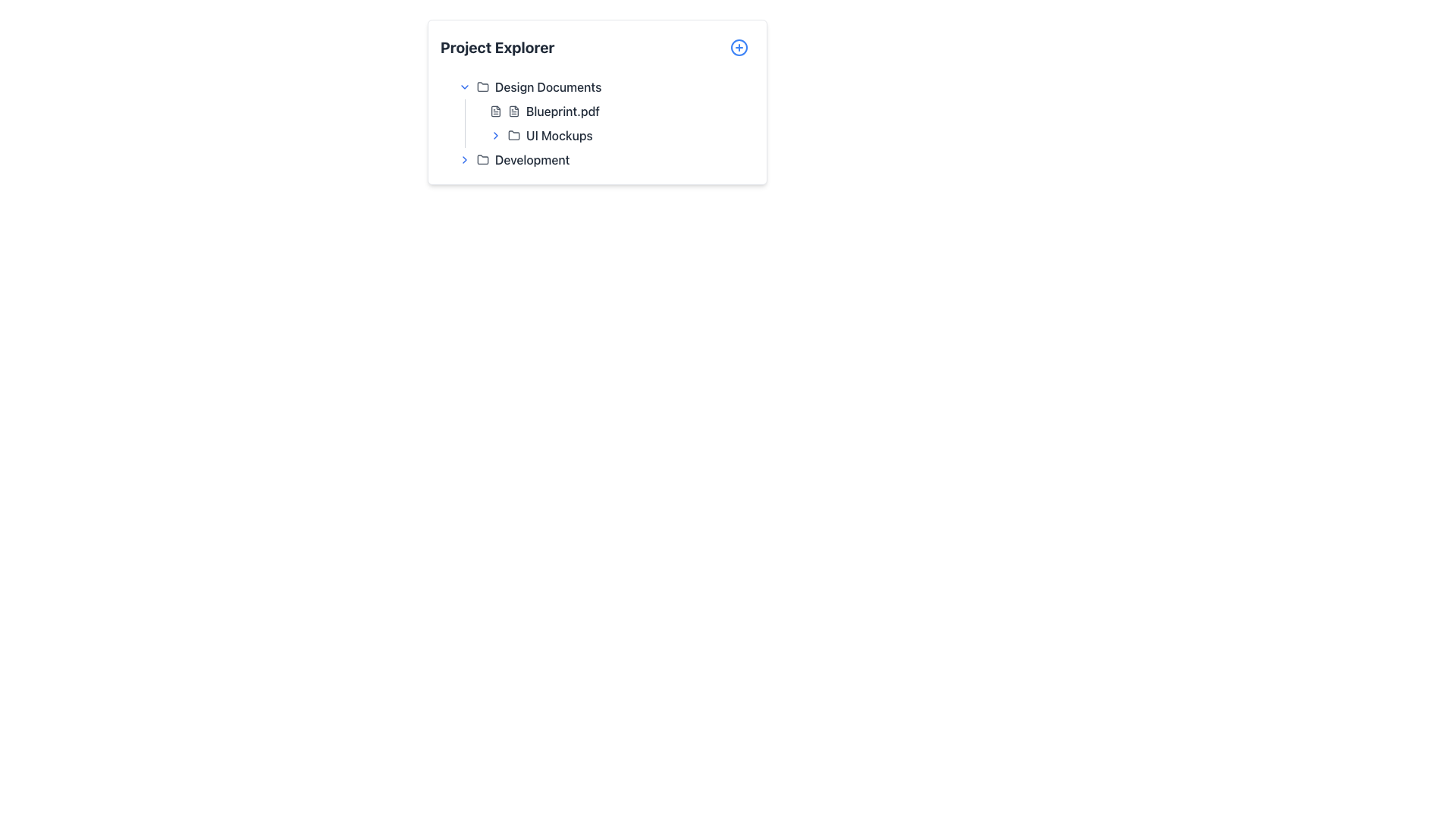  Describe the element at coordinates (513, 134) in the screenshot. I see `the folder icon representing 'UI Mockups' within the project hierarchy, which is visually indicated and aligned next to the text 'UI Mockups'` at that location.